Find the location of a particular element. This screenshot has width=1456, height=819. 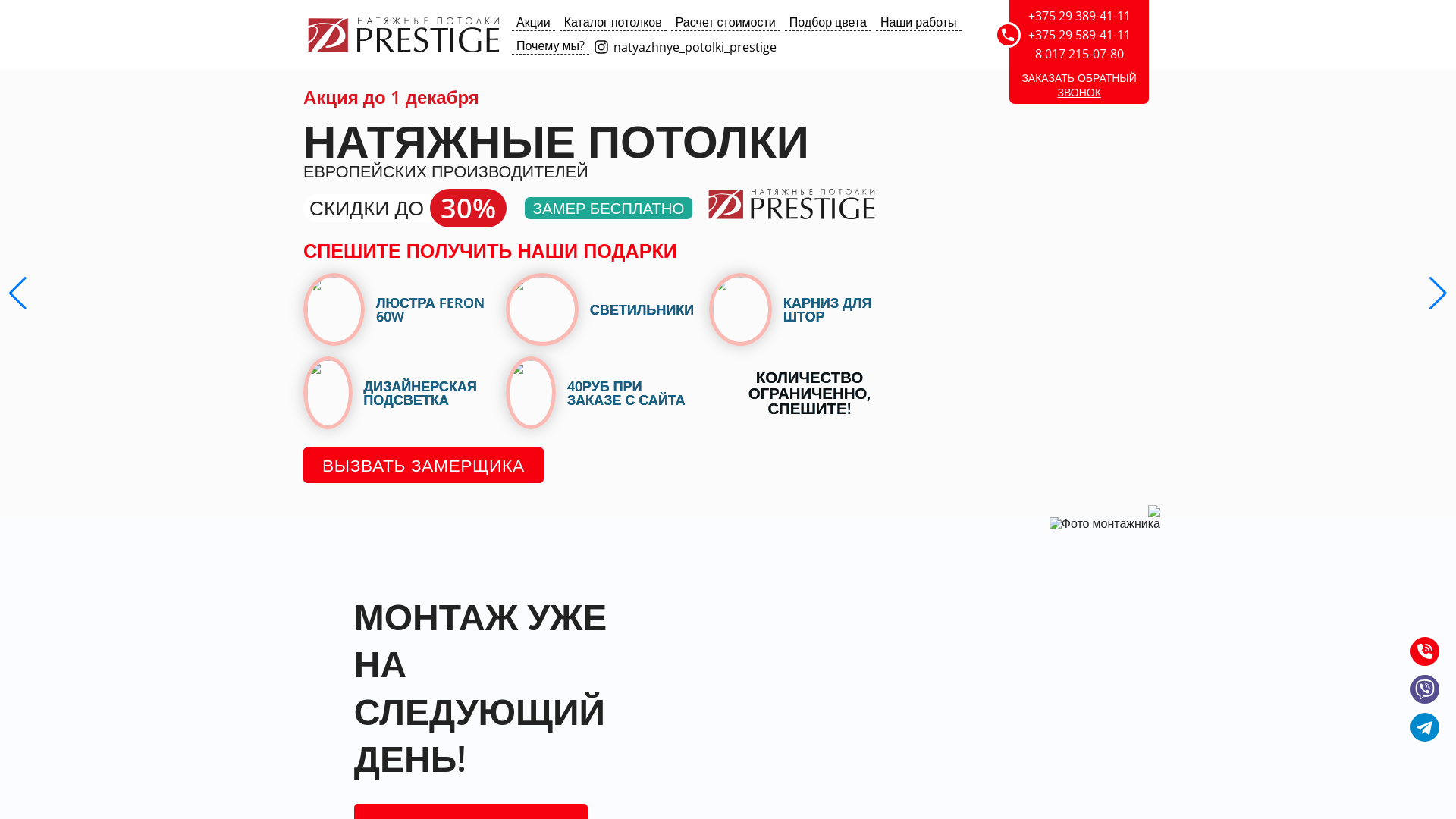

'natyazhnye_potolki_prestige' is located at coordinates (592, 45).